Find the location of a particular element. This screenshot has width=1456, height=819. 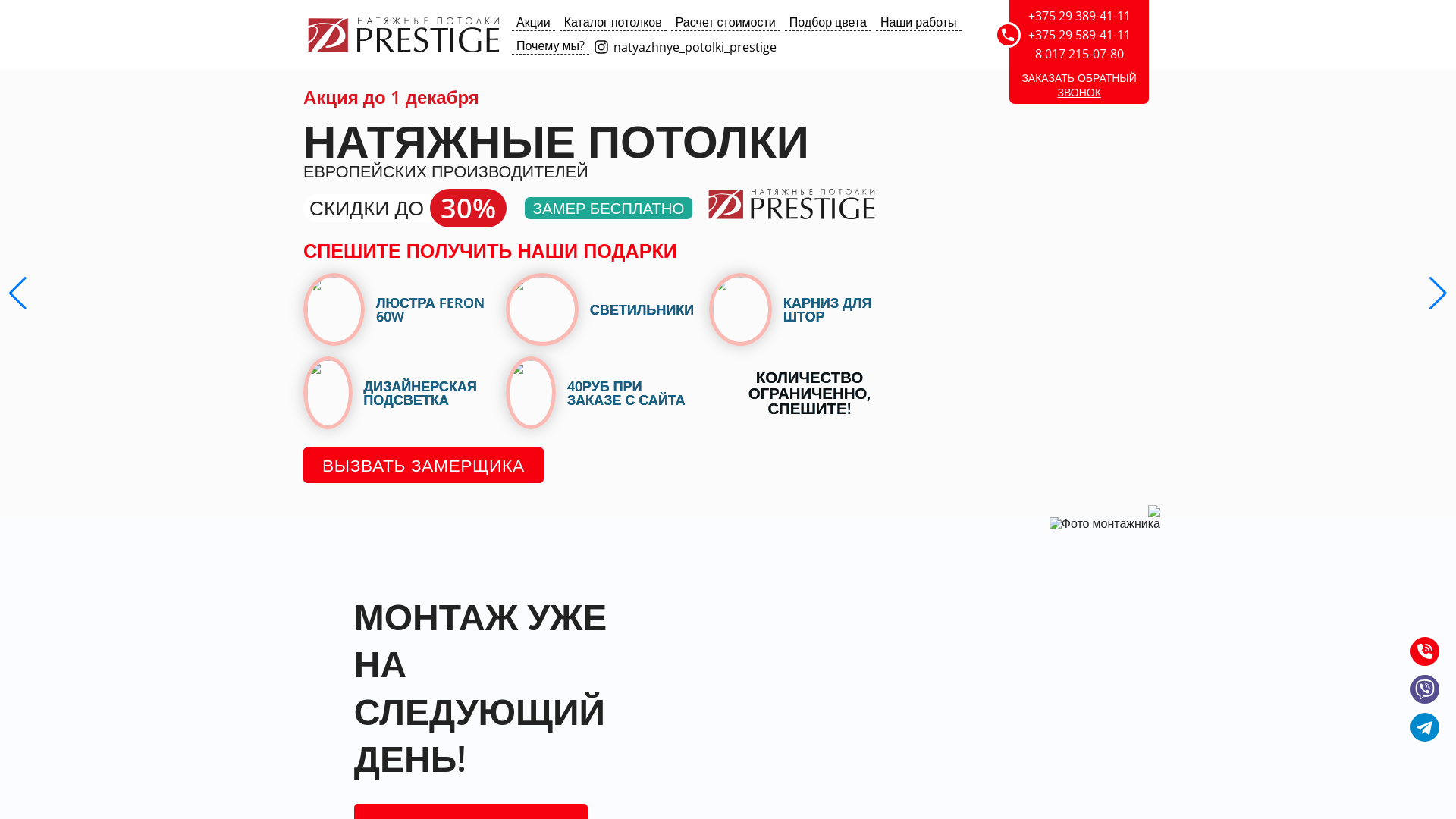

'natyazhnye_potolki_prestige' is located at coordinates (592, 45).